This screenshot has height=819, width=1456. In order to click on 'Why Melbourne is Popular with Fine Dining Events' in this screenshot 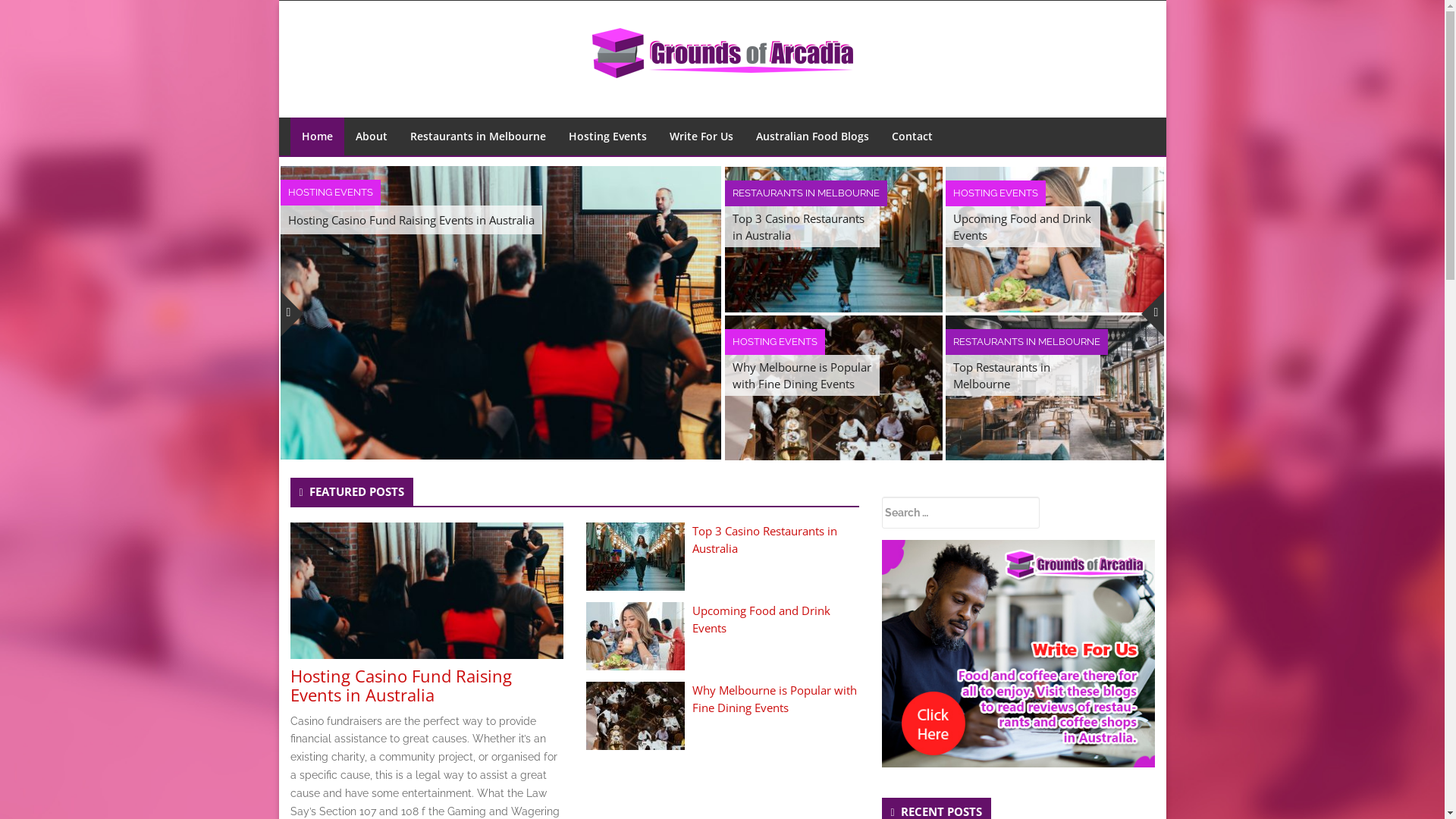, I will do `click(833, 388)`.